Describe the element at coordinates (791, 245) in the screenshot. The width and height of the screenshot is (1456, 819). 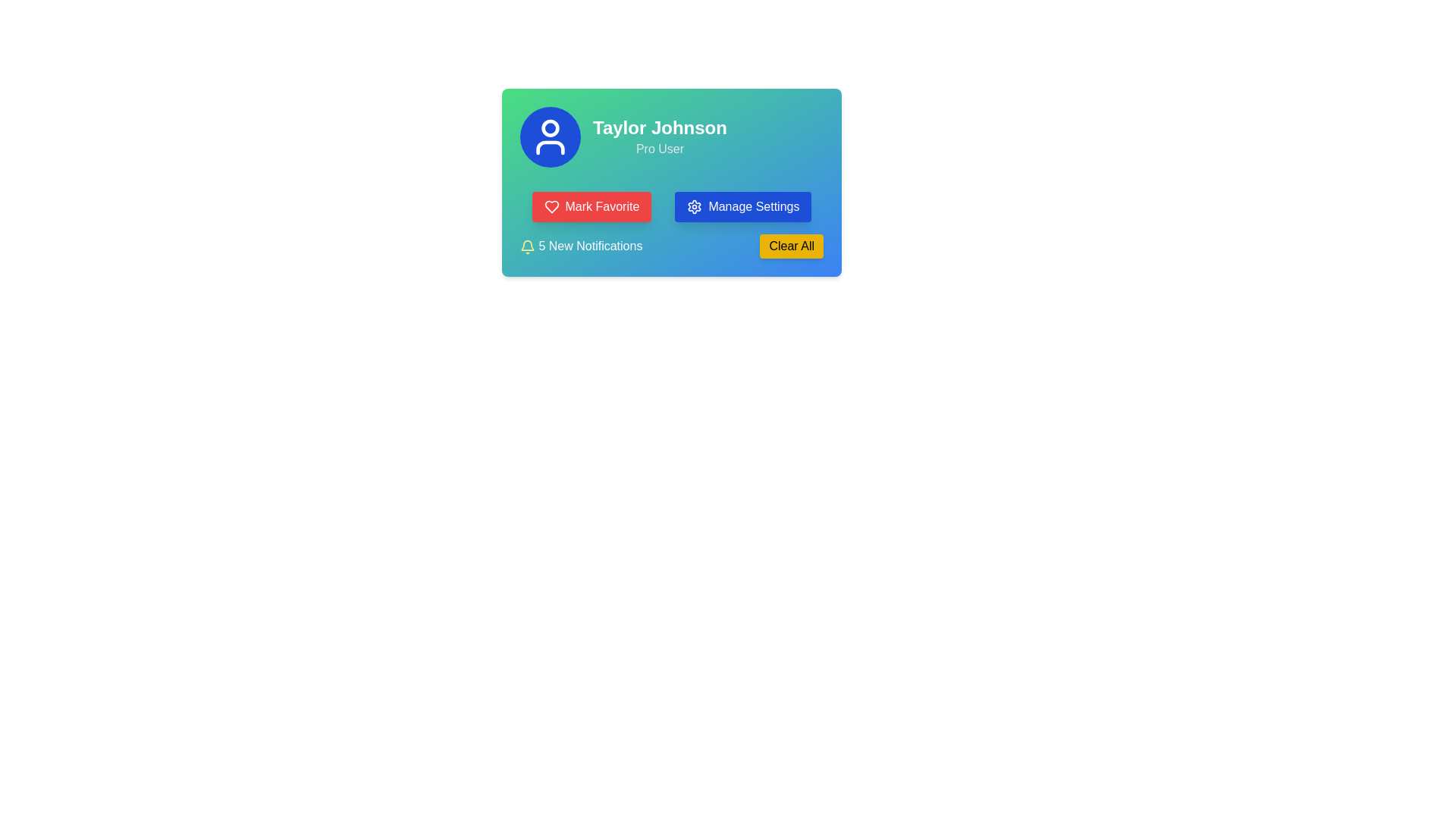
I see `the 'Clear Notifications' button located at the bottom-right of the notification panel` at that location.